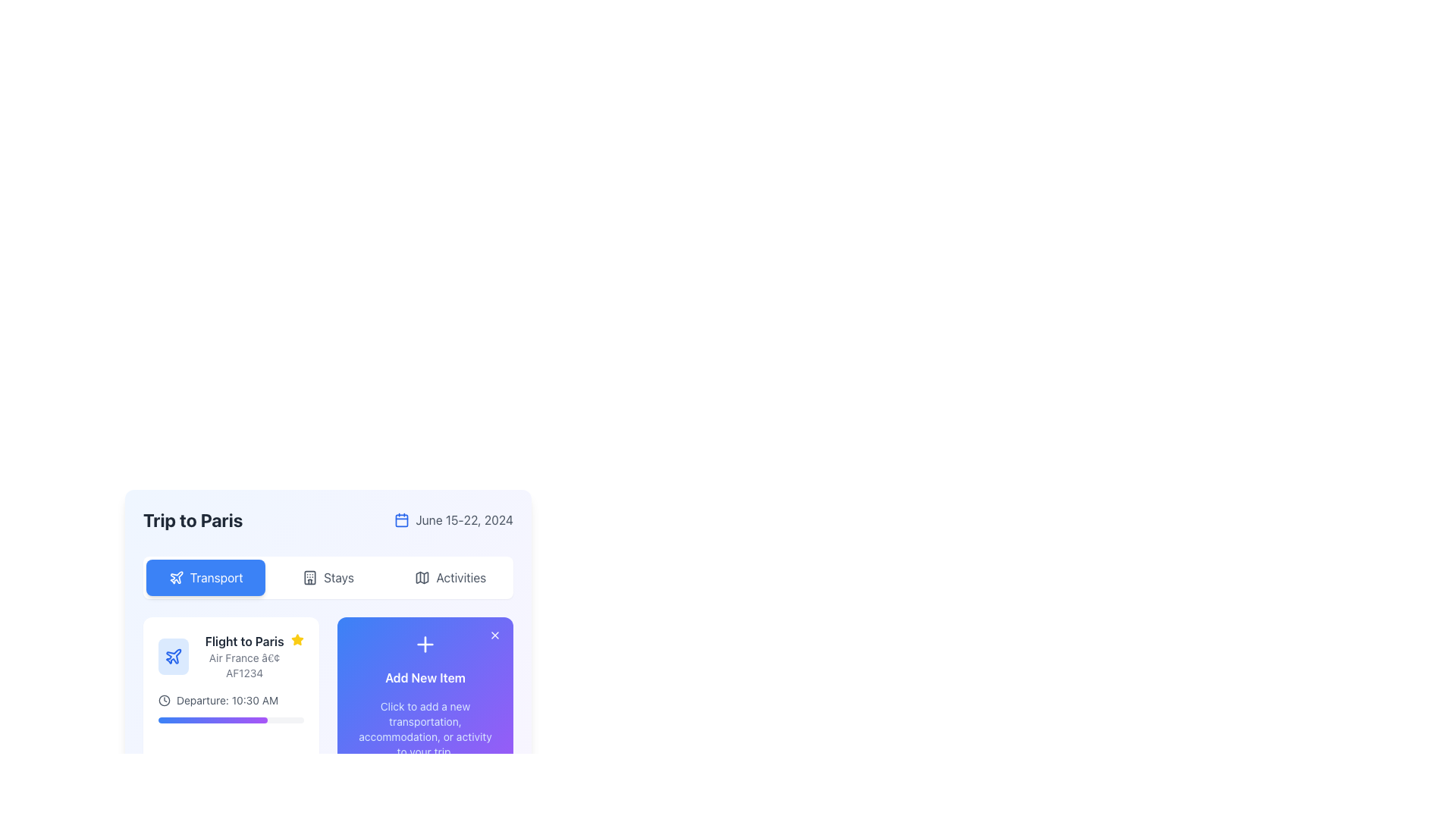  Describe the element at coordinates (425, 644) in the screenshot. I see `the plus symbol icon located at the top of the purple section, directly above the 'Add New Item' text` at that location.